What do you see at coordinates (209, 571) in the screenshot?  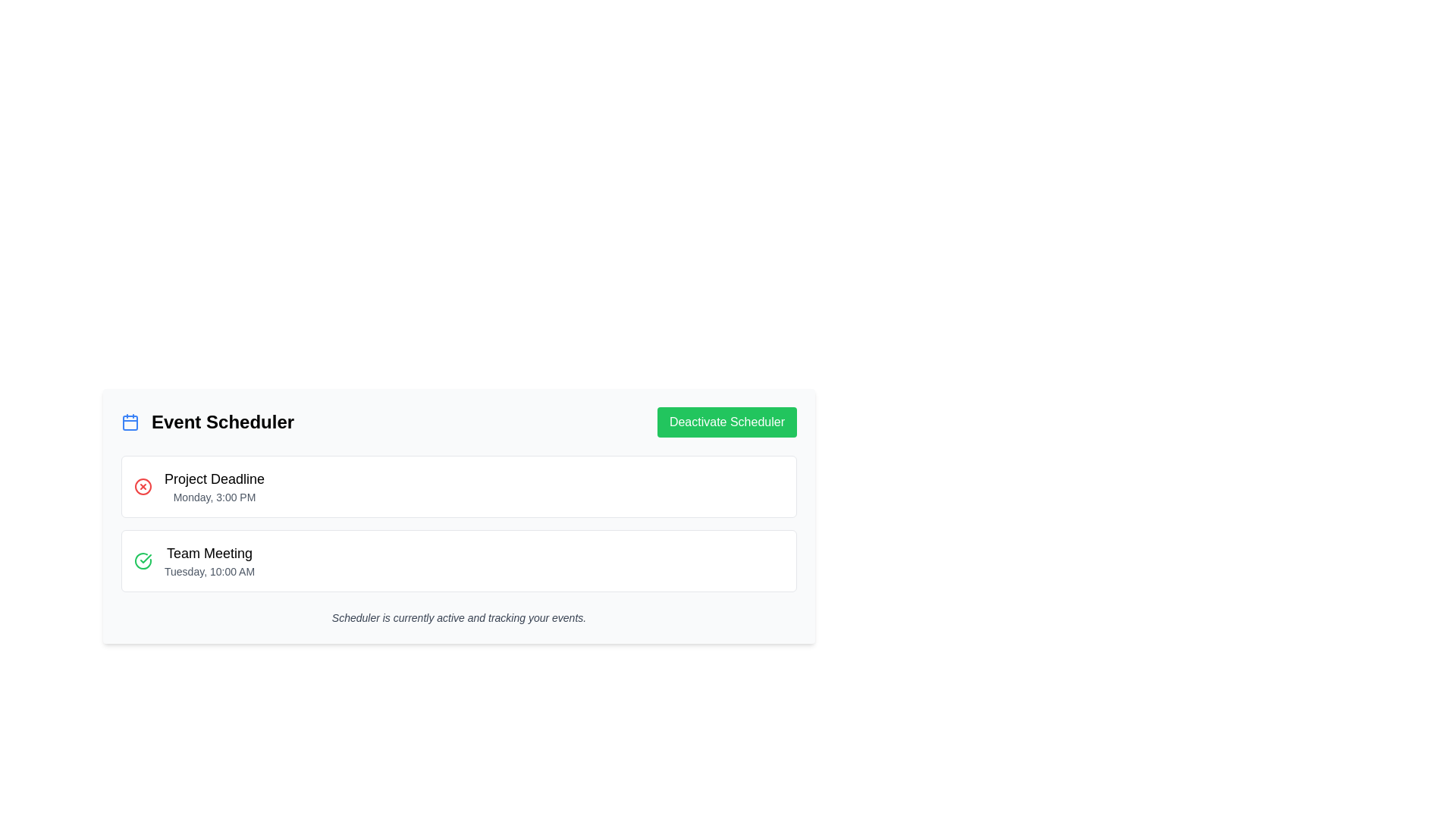 I see `text content of the label displaying 'Tuesday, 10:00 AM', which is styled in a smaller font size and light gray color, located below 'Team Meeting' in the scheduling interface` at bounding box center [209, 571].